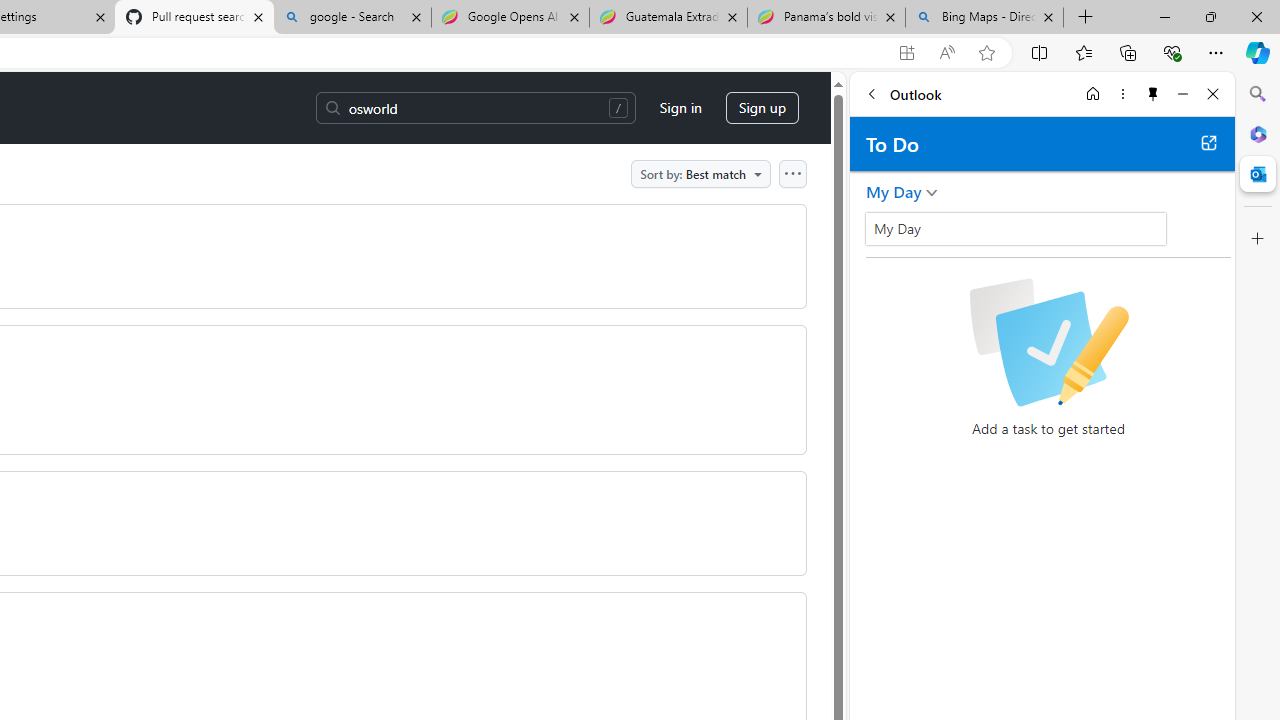 Image resolution: width=1280 pixels, height=720 pixels. What do you see at coordinates (1122, 93) in the screenshot?
I see `'More options'` at bounding box center [1122, 93].